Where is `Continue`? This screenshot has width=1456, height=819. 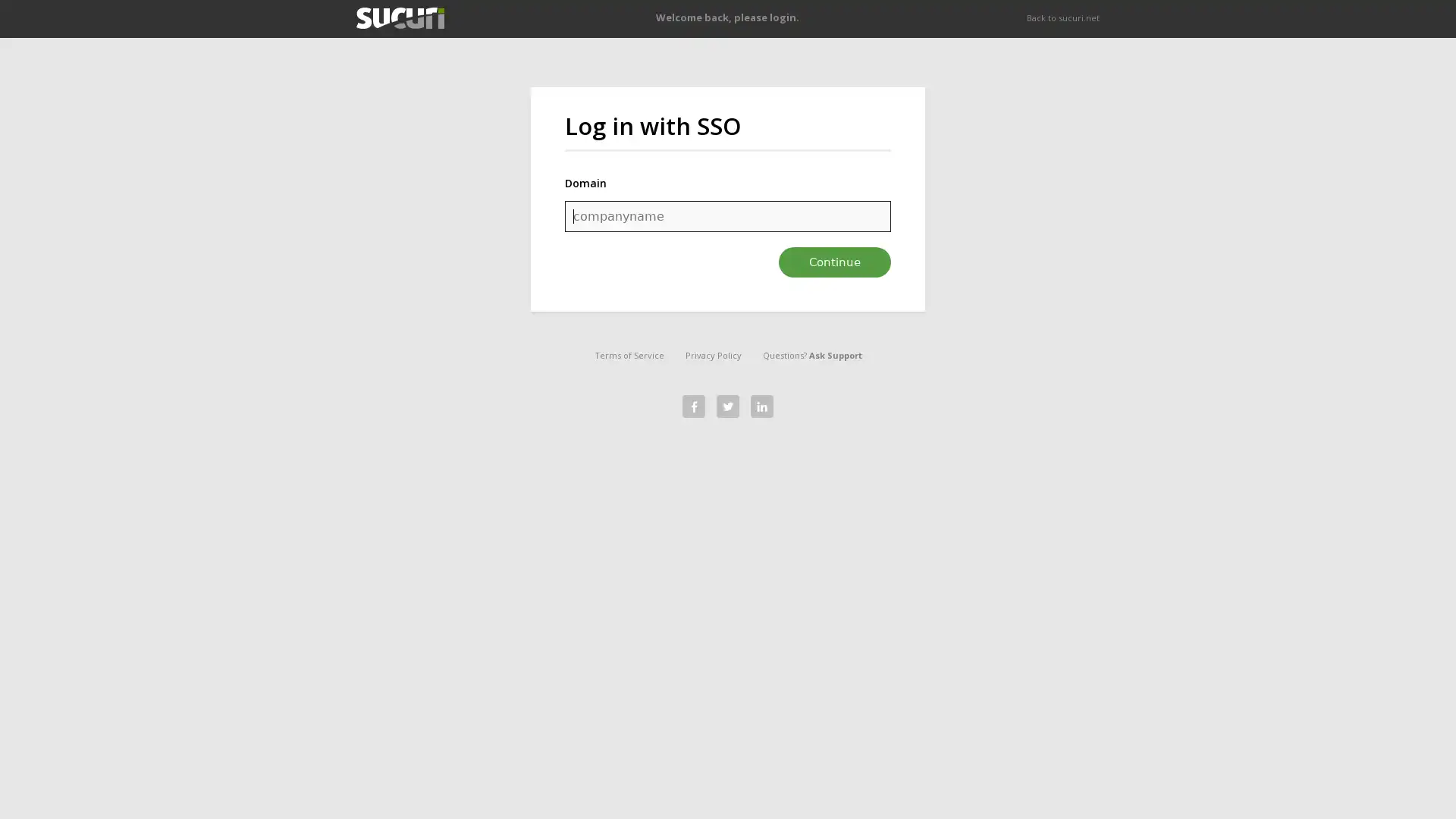 Continue is located at coordinates (833, 262).